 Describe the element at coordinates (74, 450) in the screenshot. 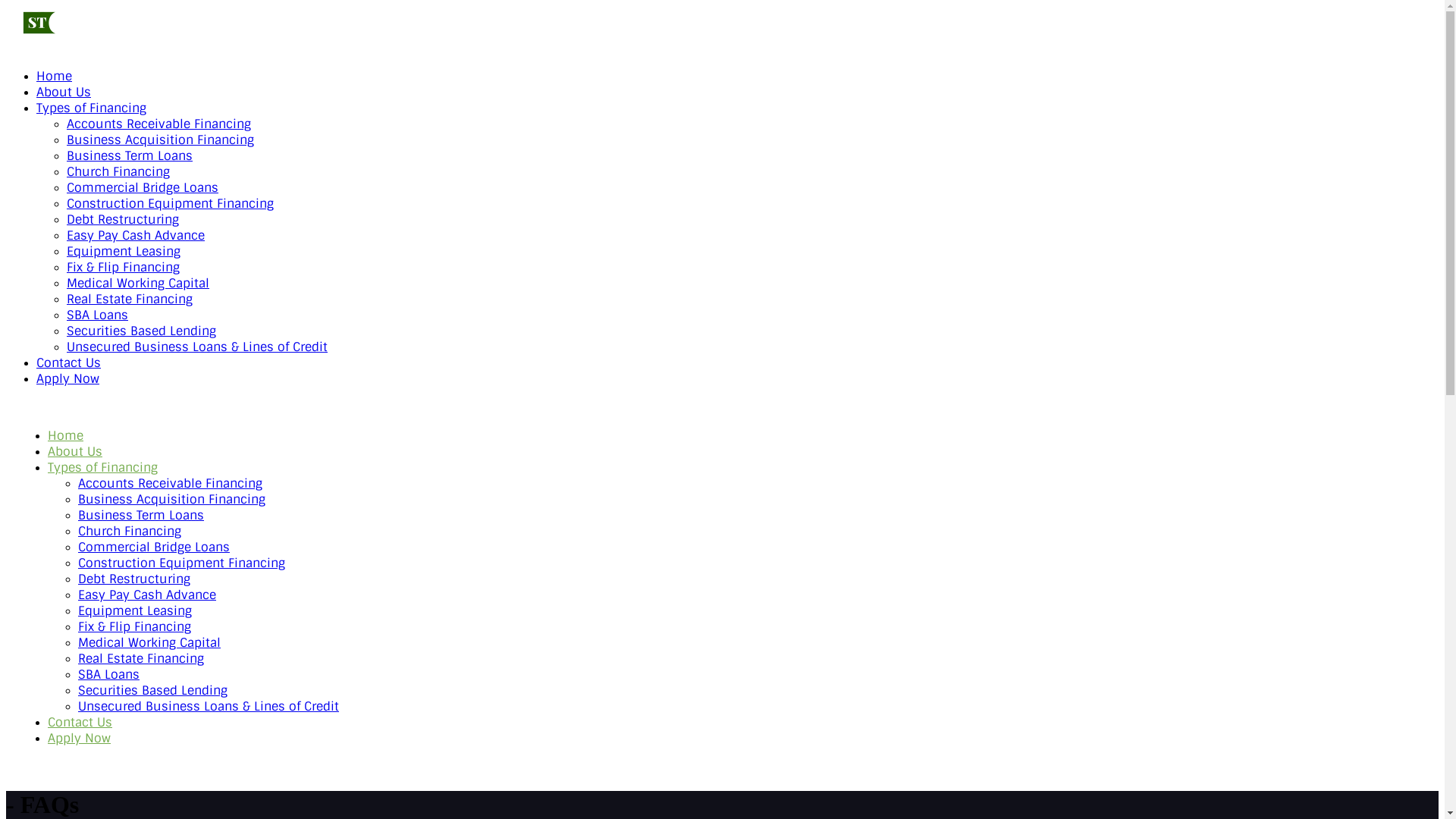

I see `'About Us'` at that location.